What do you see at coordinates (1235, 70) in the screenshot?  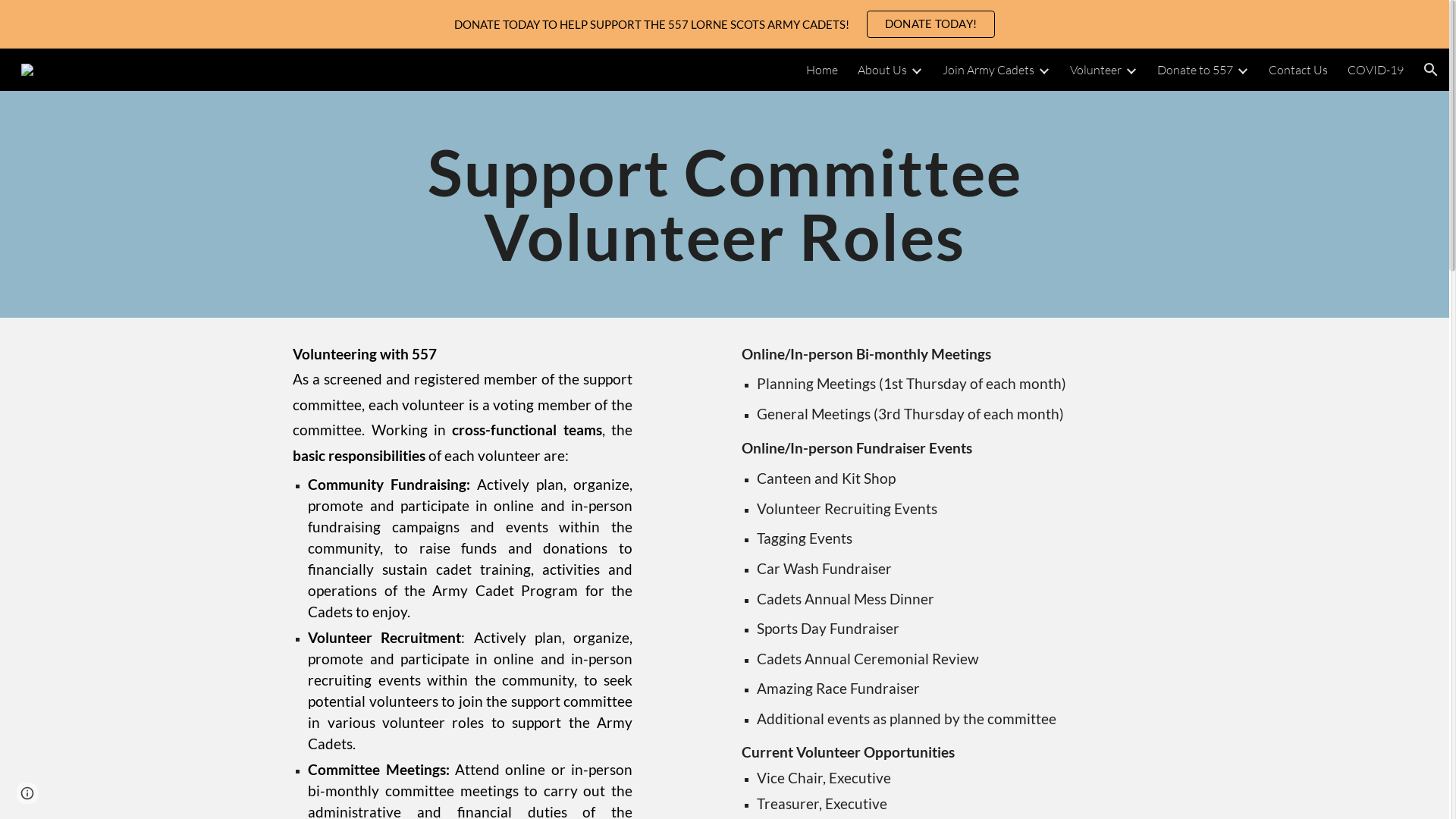 I see `'Expand/Collapse'` at bounding box center [1235, 70].